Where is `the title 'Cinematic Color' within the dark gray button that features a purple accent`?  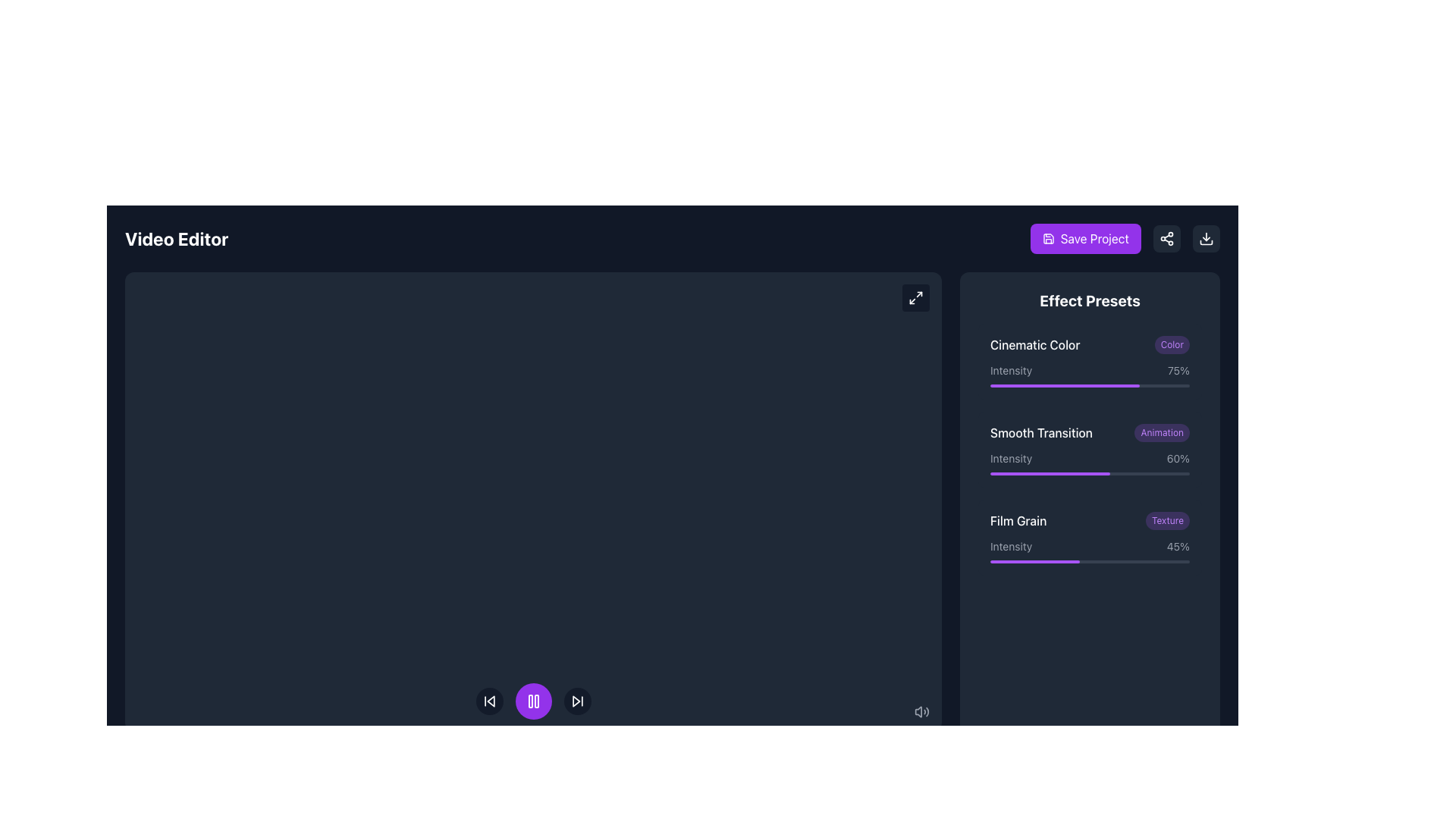 the title 'Cinematic Color' within the dark gray button that features a purple accent is located at coordinates (1089, 362).